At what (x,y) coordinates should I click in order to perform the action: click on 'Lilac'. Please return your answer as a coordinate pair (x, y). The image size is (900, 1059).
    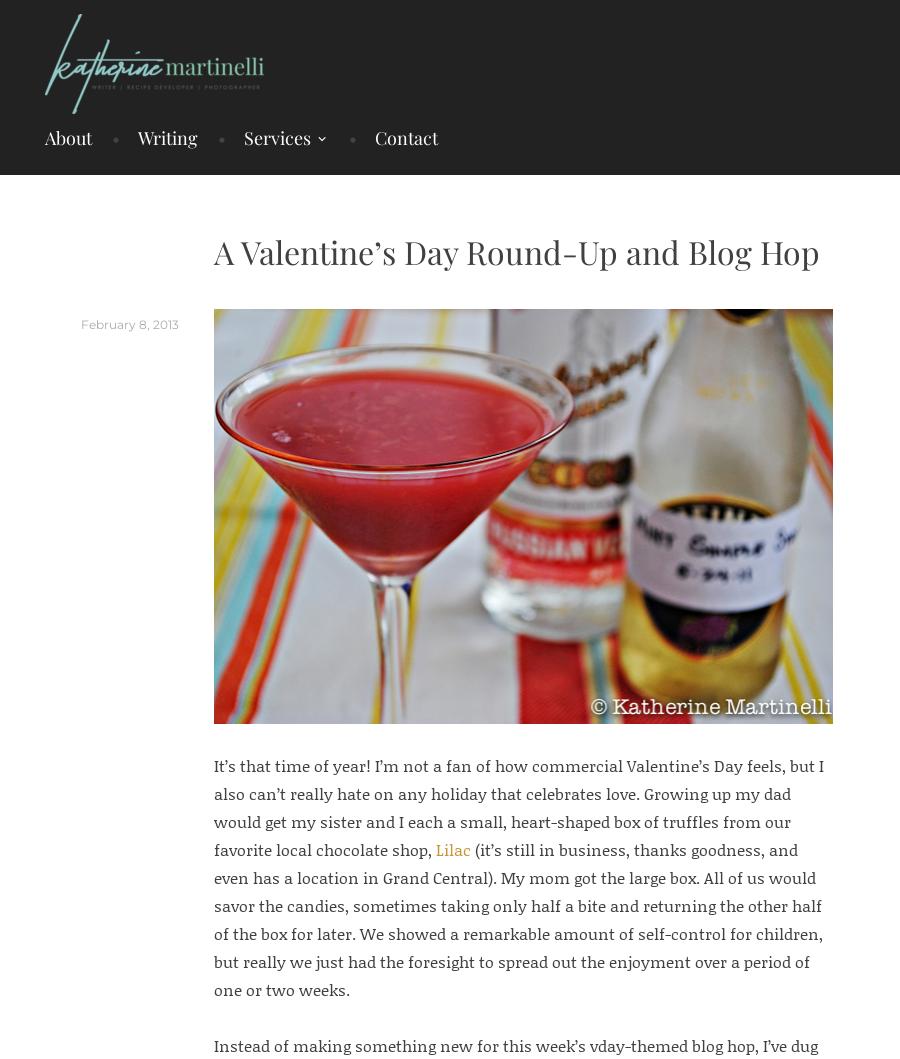
    Looking at the image, I should click on (434, 848).